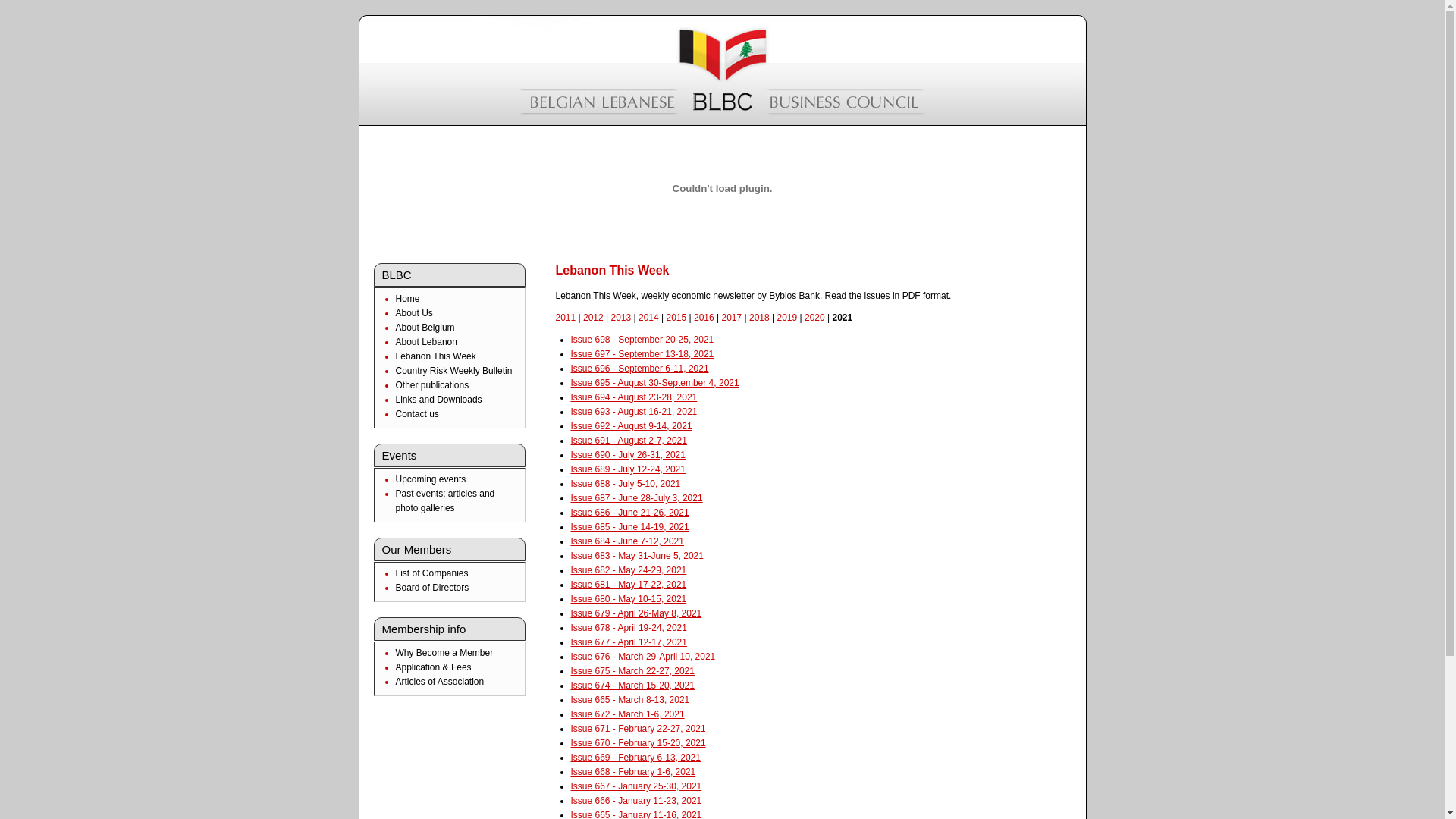  I want to click on 'Issue 665 - March 8-13, 2021', so click(629, 699).